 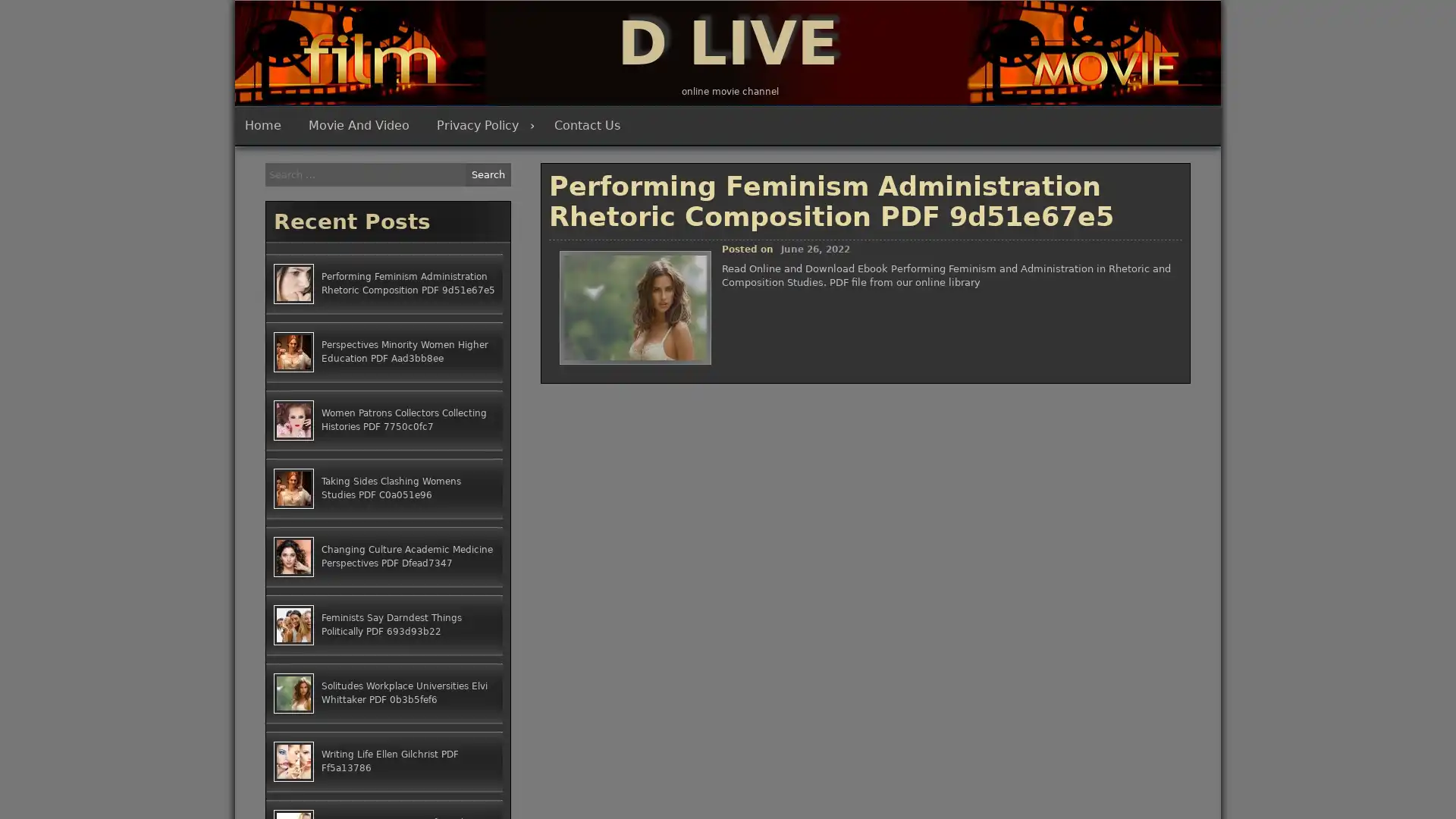 What do you see at coordinates (488, 174) in the screenshot?
I see `Search` at bounding box center [488, 174].